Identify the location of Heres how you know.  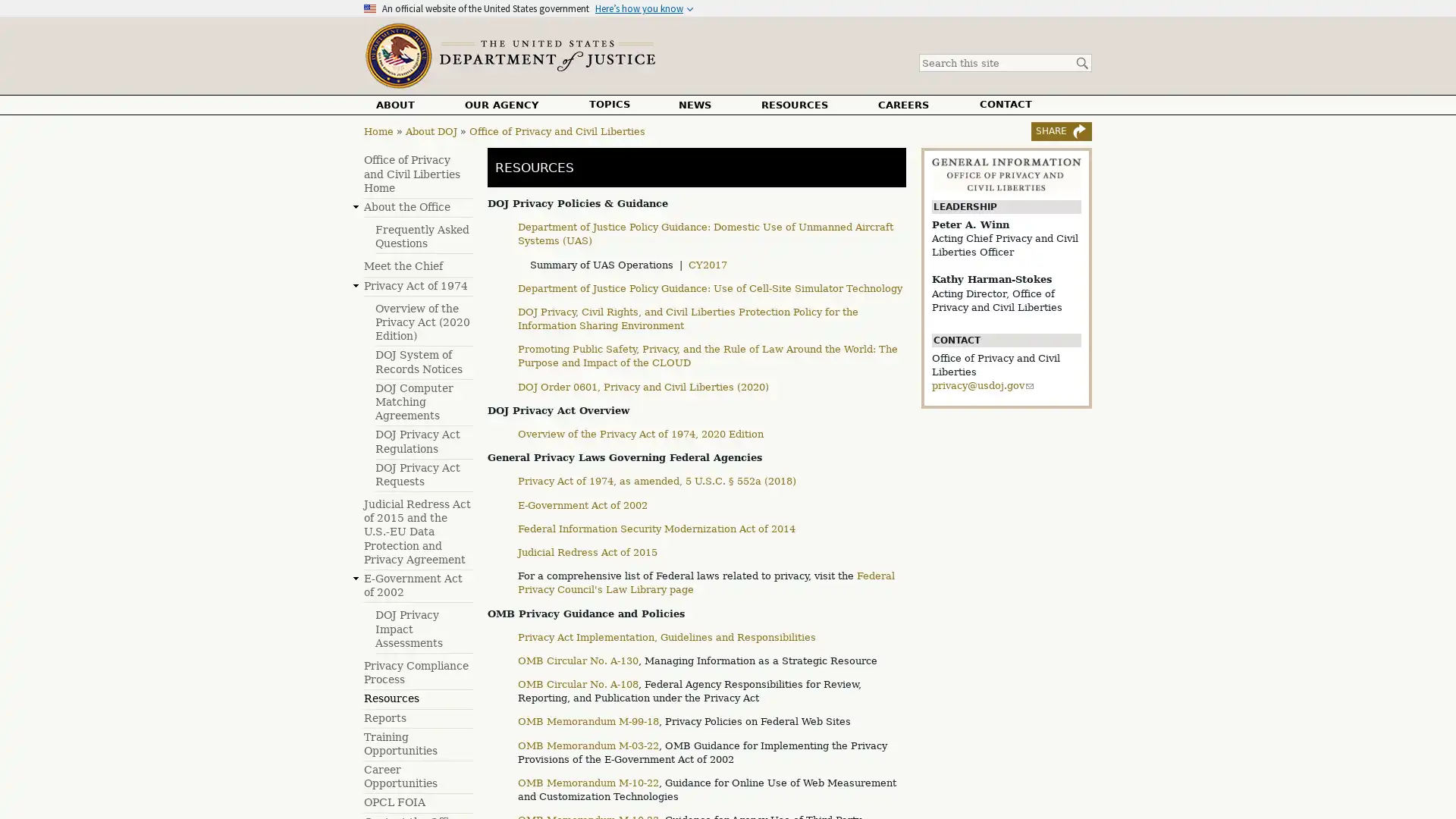
(644, 8).